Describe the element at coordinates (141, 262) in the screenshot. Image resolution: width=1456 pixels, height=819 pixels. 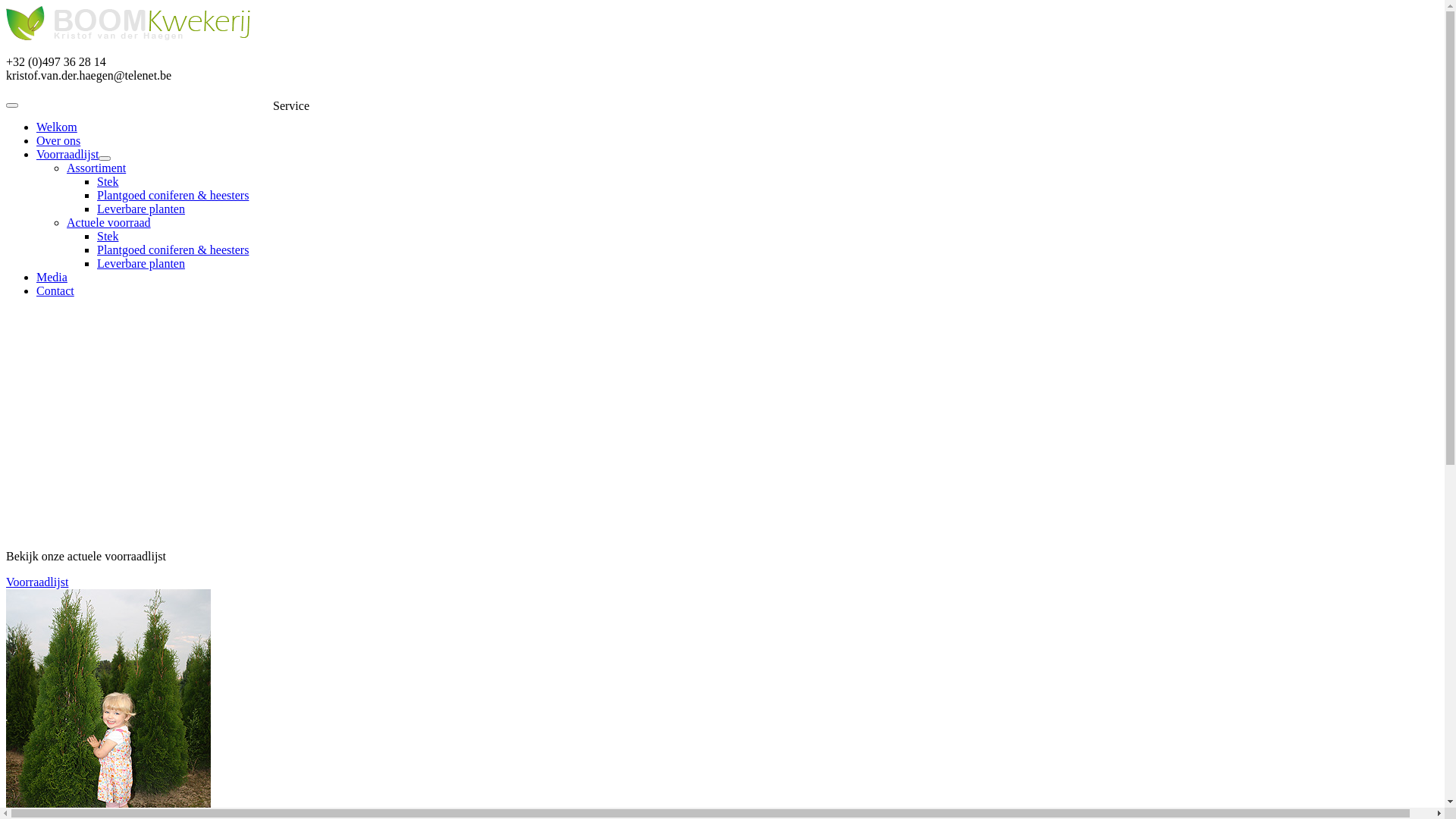
I see `'Leverbare planten'` at that location.